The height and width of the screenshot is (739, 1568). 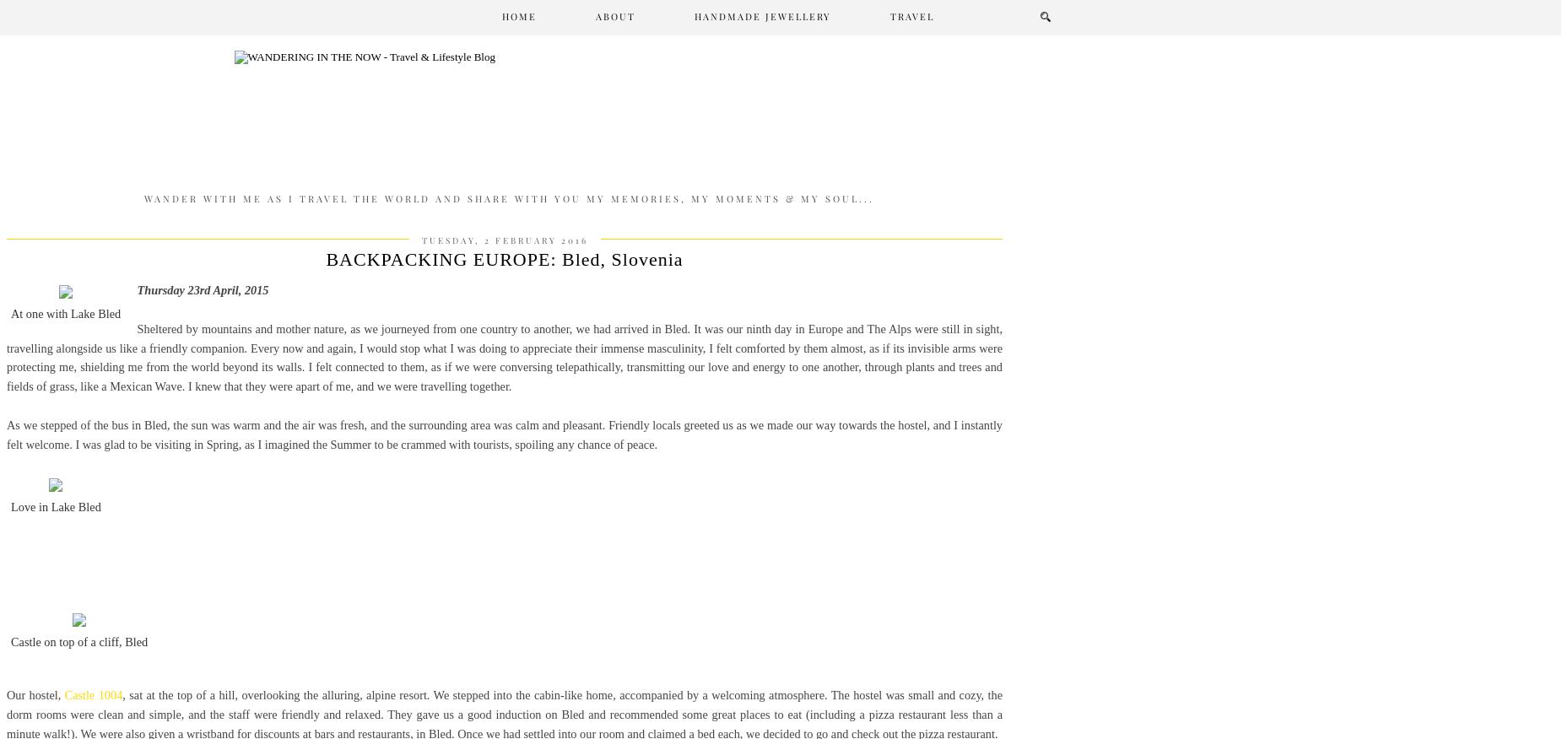 What do you see at coordinates (507, 197) in the screenshot?
I see `'wander with me as i travel the world and share with you my memories, my moments & my soul...'` at bounding box center [507, 197].